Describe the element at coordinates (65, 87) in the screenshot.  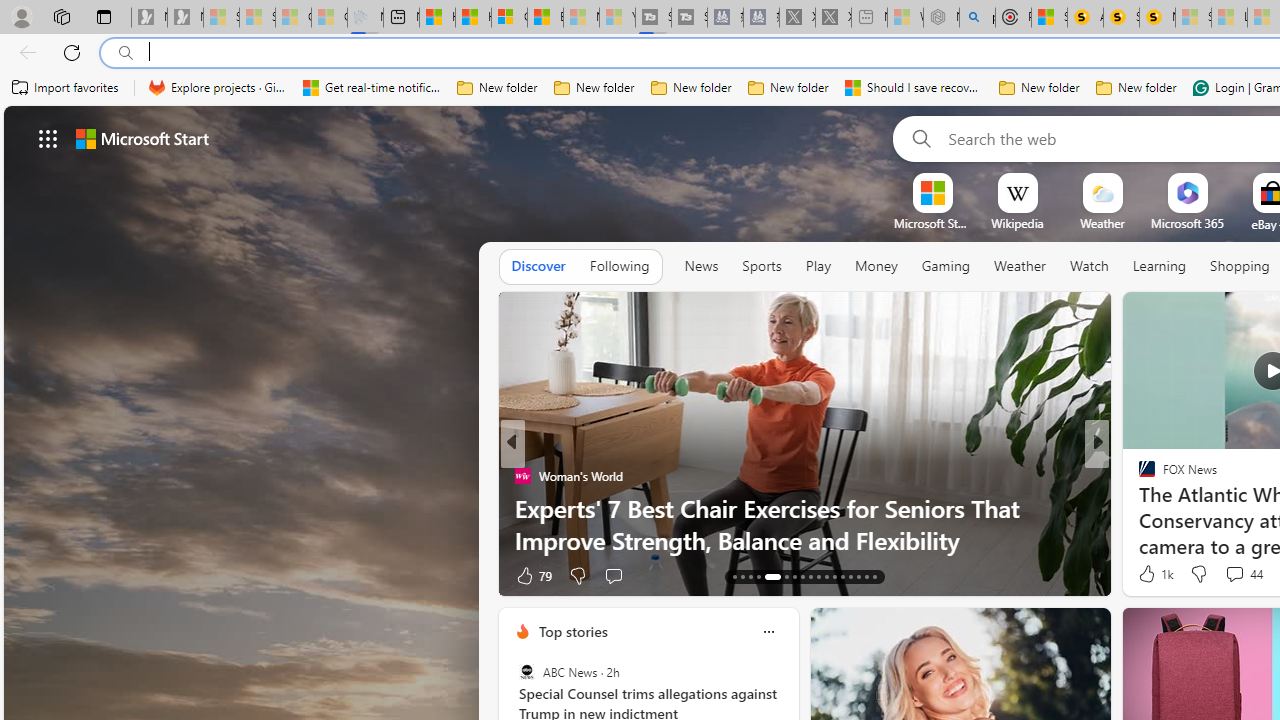
I see `'Import favorites'` at that location.